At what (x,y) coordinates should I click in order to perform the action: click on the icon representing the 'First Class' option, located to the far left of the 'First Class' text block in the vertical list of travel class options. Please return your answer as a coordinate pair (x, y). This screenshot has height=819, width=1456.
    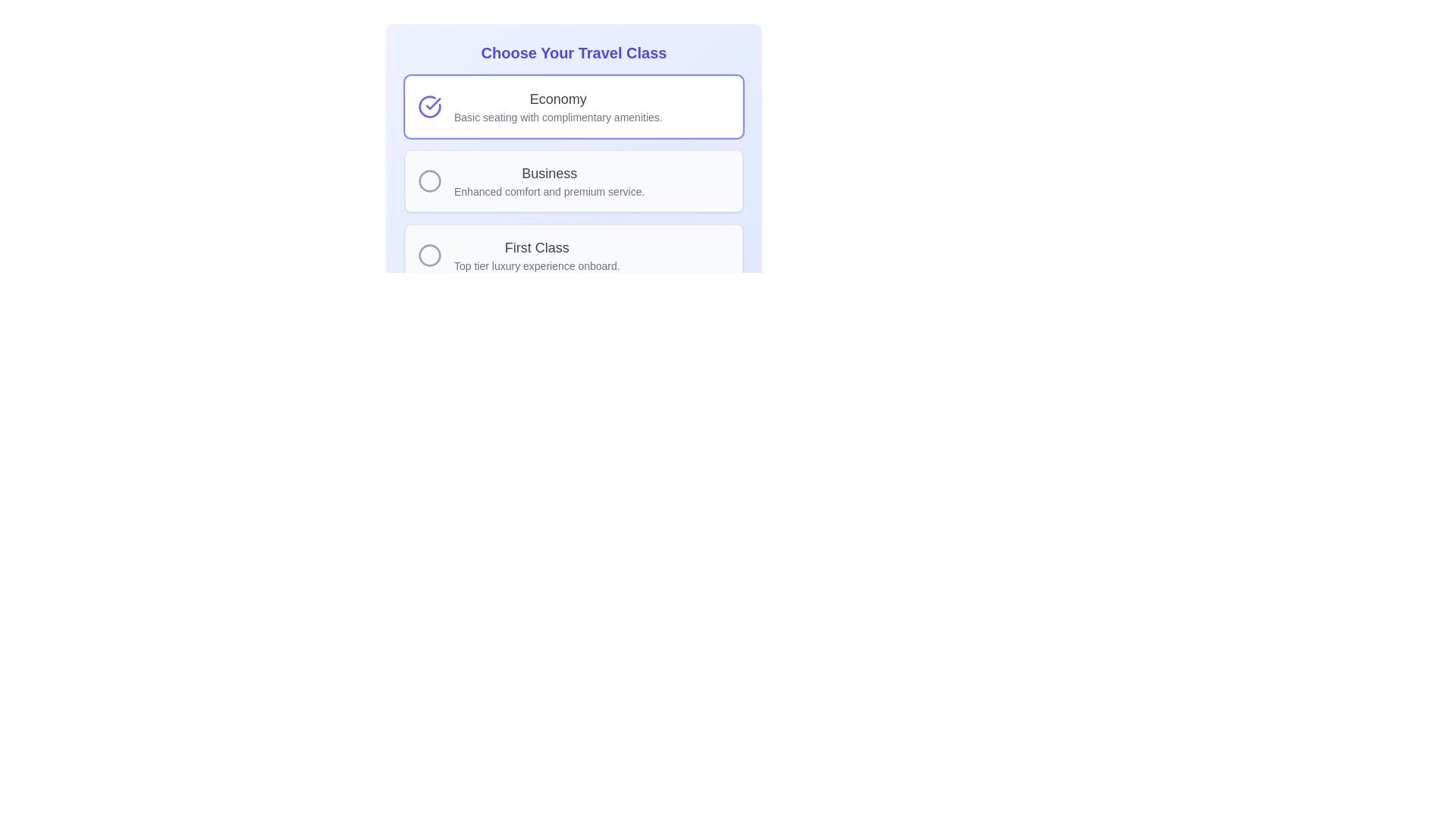
    Looking at the image, I should click on (435, 254).